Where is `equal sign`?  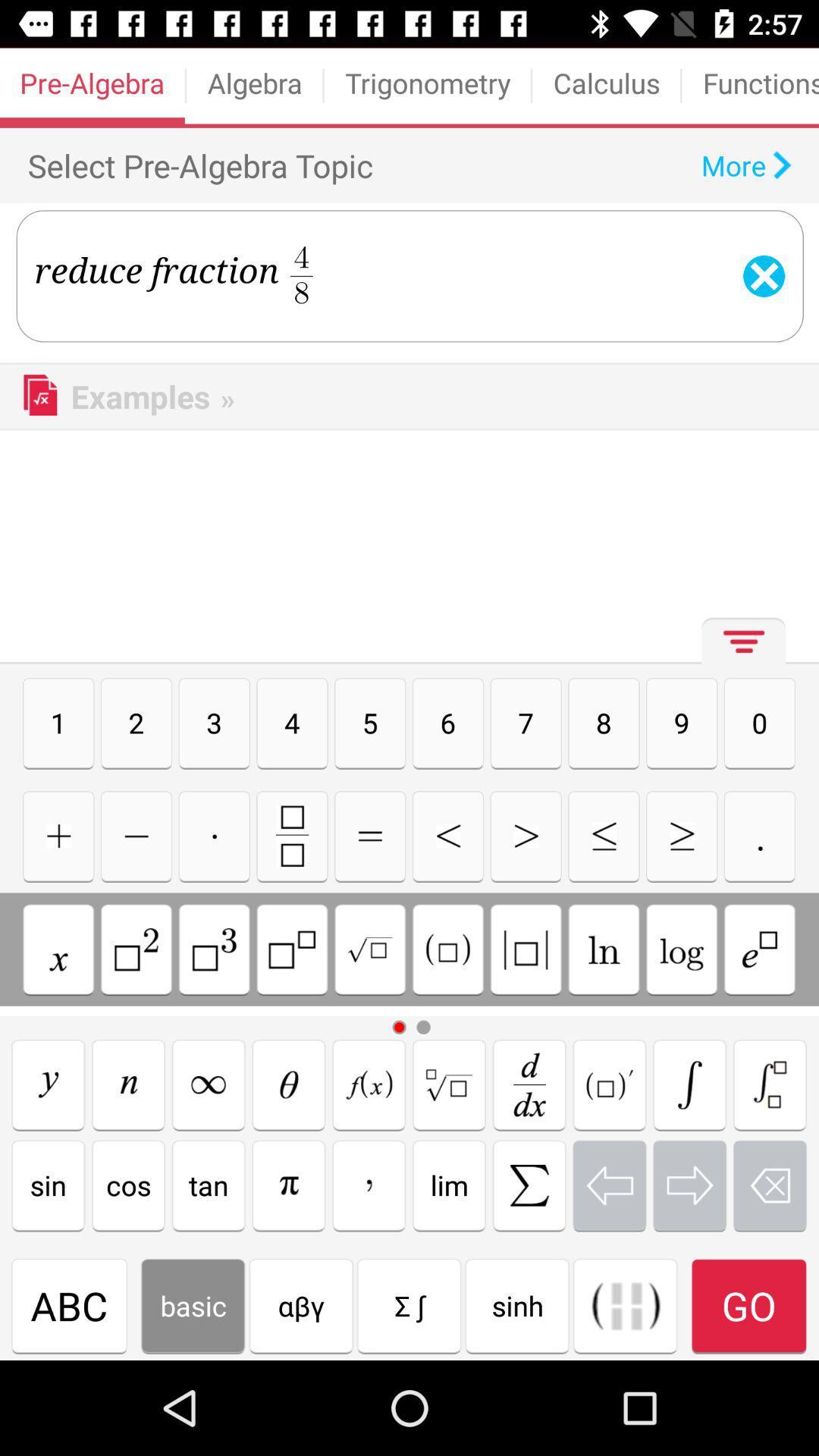 equal sign is located at coordinates (370, 835).